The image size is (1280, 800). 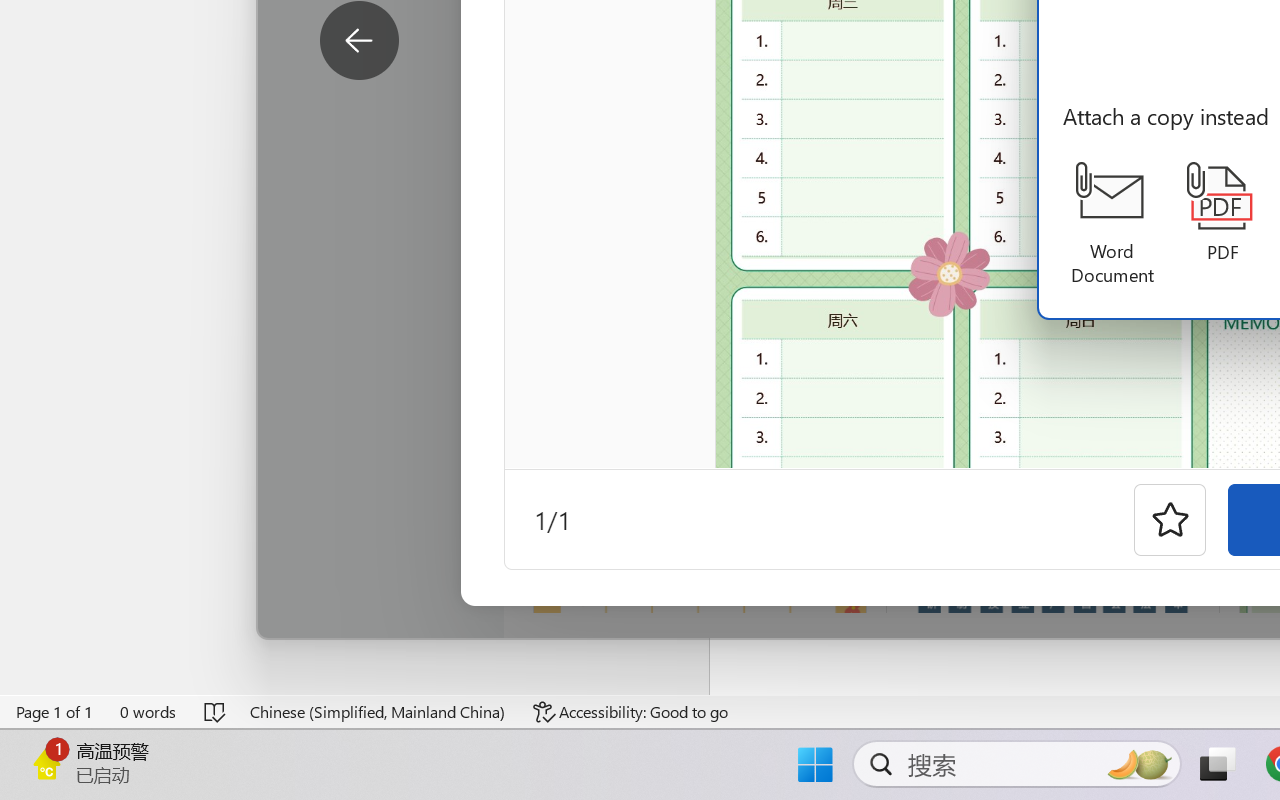 I want to click on 'Word Document', so click(x=1111, y=224).